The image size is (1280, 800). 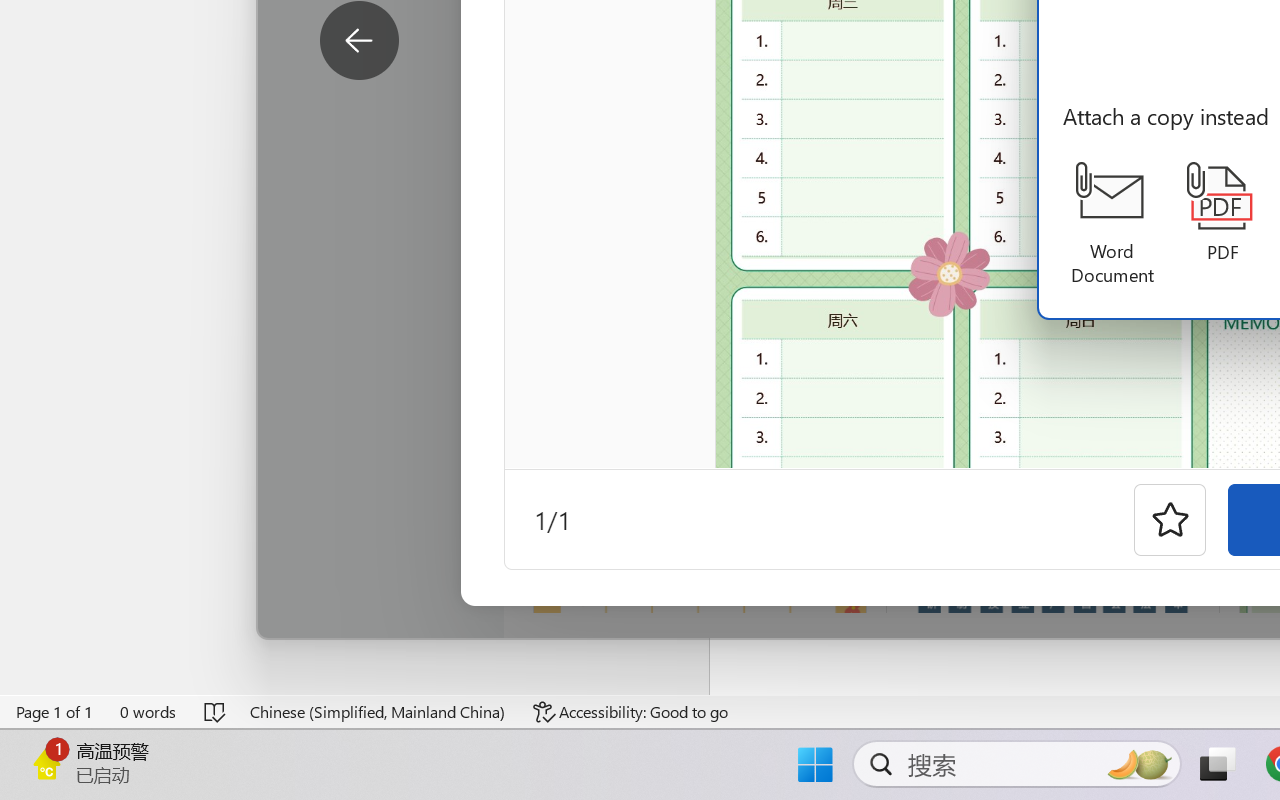 I want to click on 'Word Document', so click(x=1111, y=224).